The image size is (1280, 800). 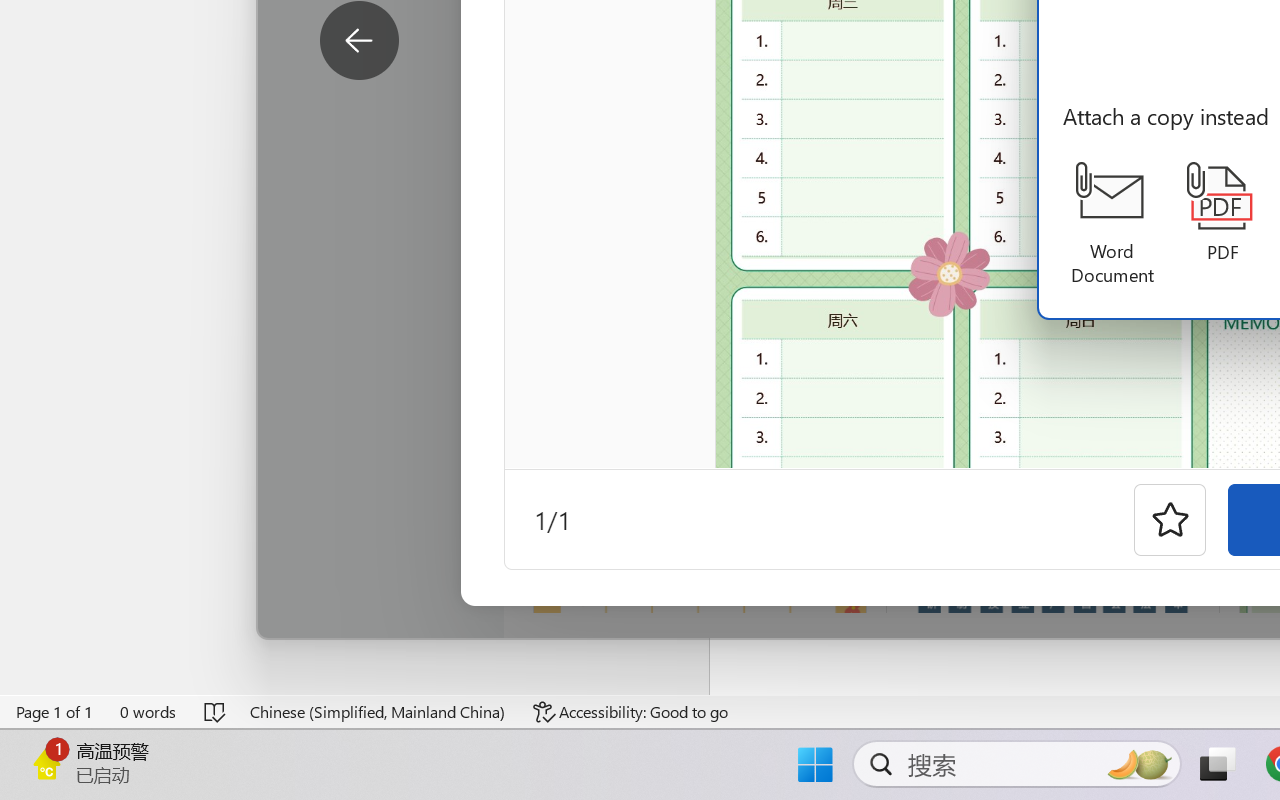 I want to click on 'Word Document', so click(x=1111, y=224).